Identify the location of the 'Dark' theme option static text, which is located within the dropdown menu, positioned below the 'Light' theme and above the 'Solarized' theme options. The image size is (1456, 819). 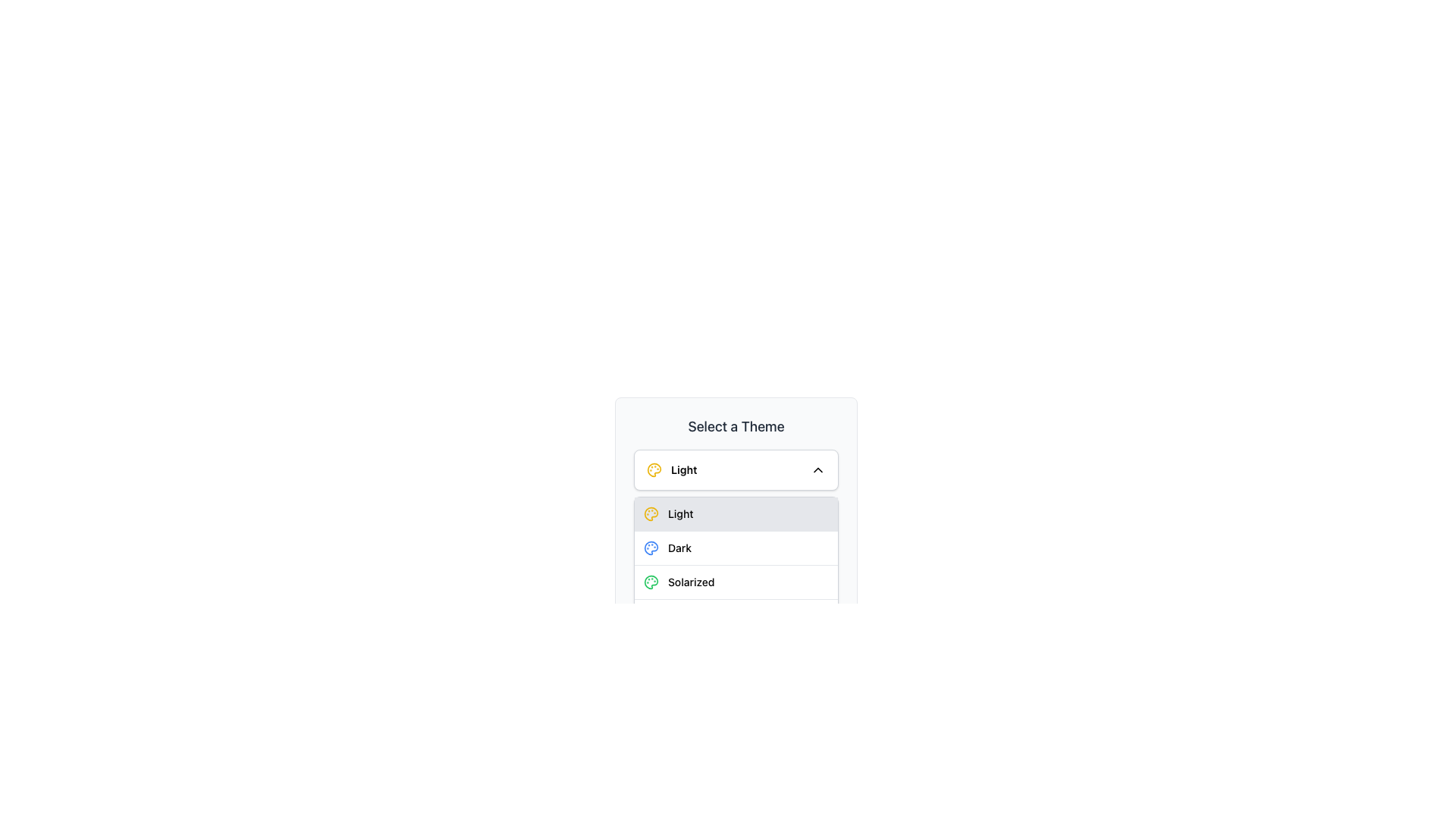
(679, 548).